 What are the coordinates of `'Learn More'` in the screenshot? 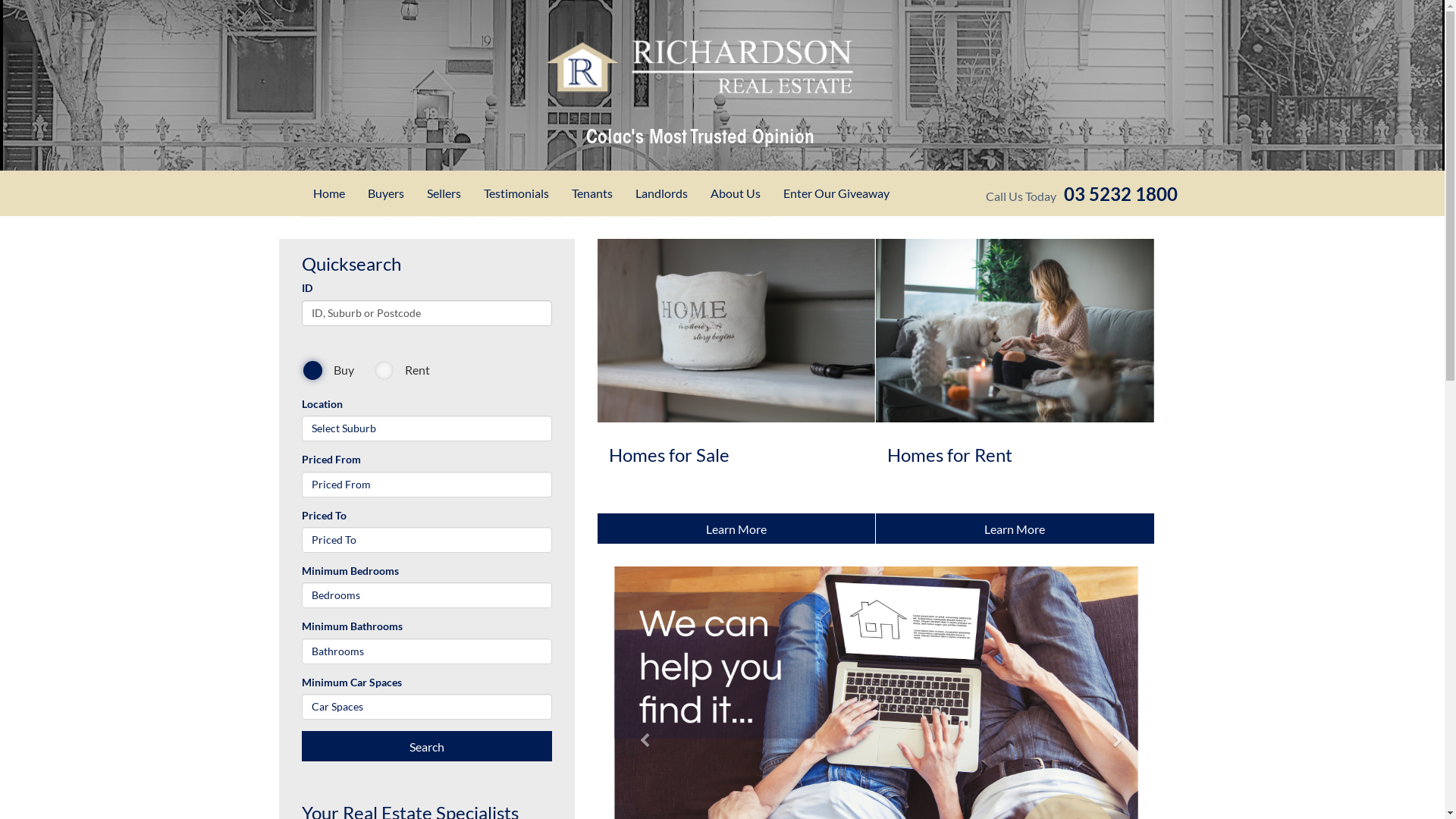 It's located at (736, 528).